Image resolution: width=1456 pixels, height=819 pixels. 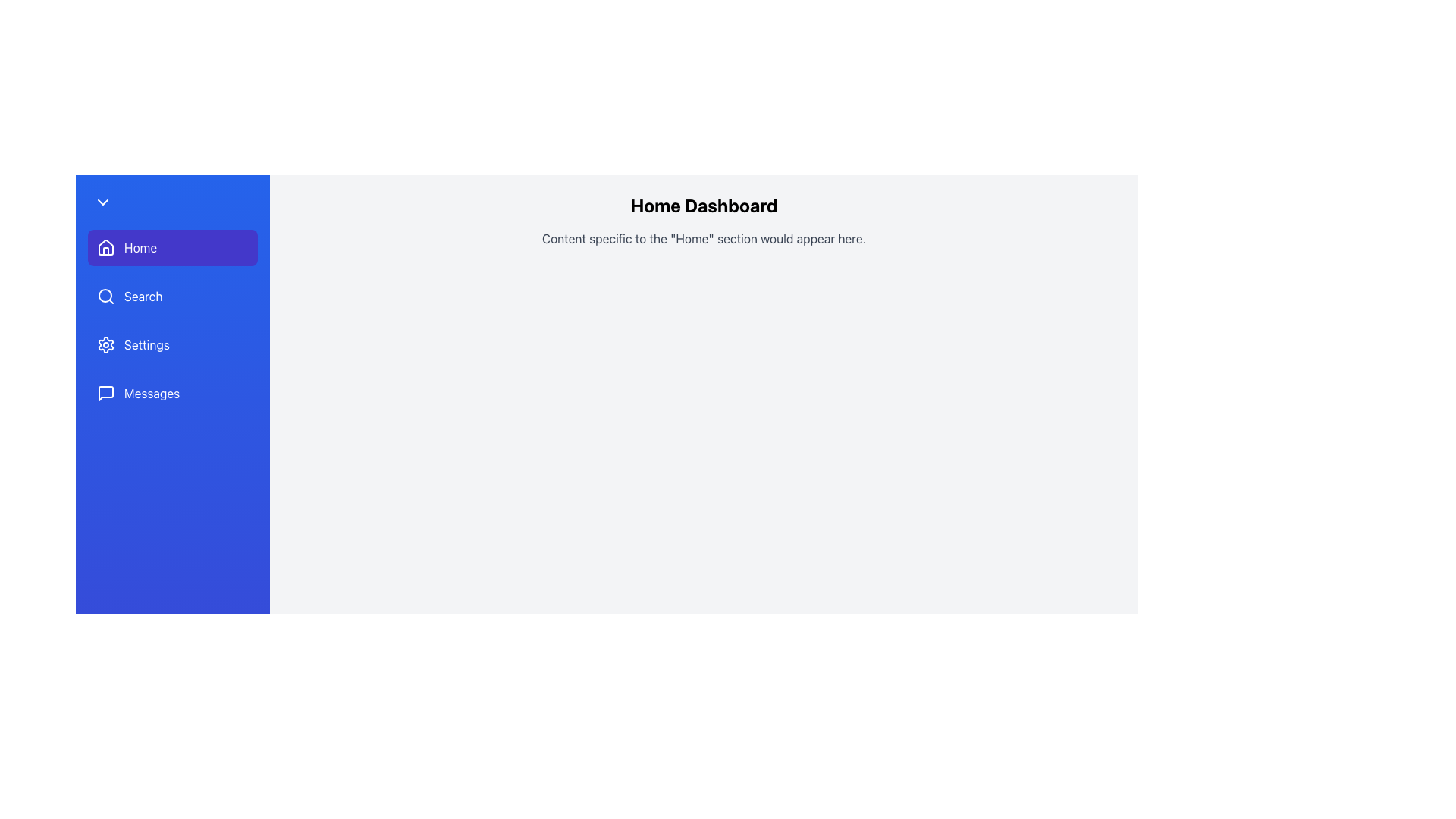 I want to click on the 'Settings' icon in the sidebar menu, which is located immediately to the left of the 'Settings' label text, so click(x=105, y=345).